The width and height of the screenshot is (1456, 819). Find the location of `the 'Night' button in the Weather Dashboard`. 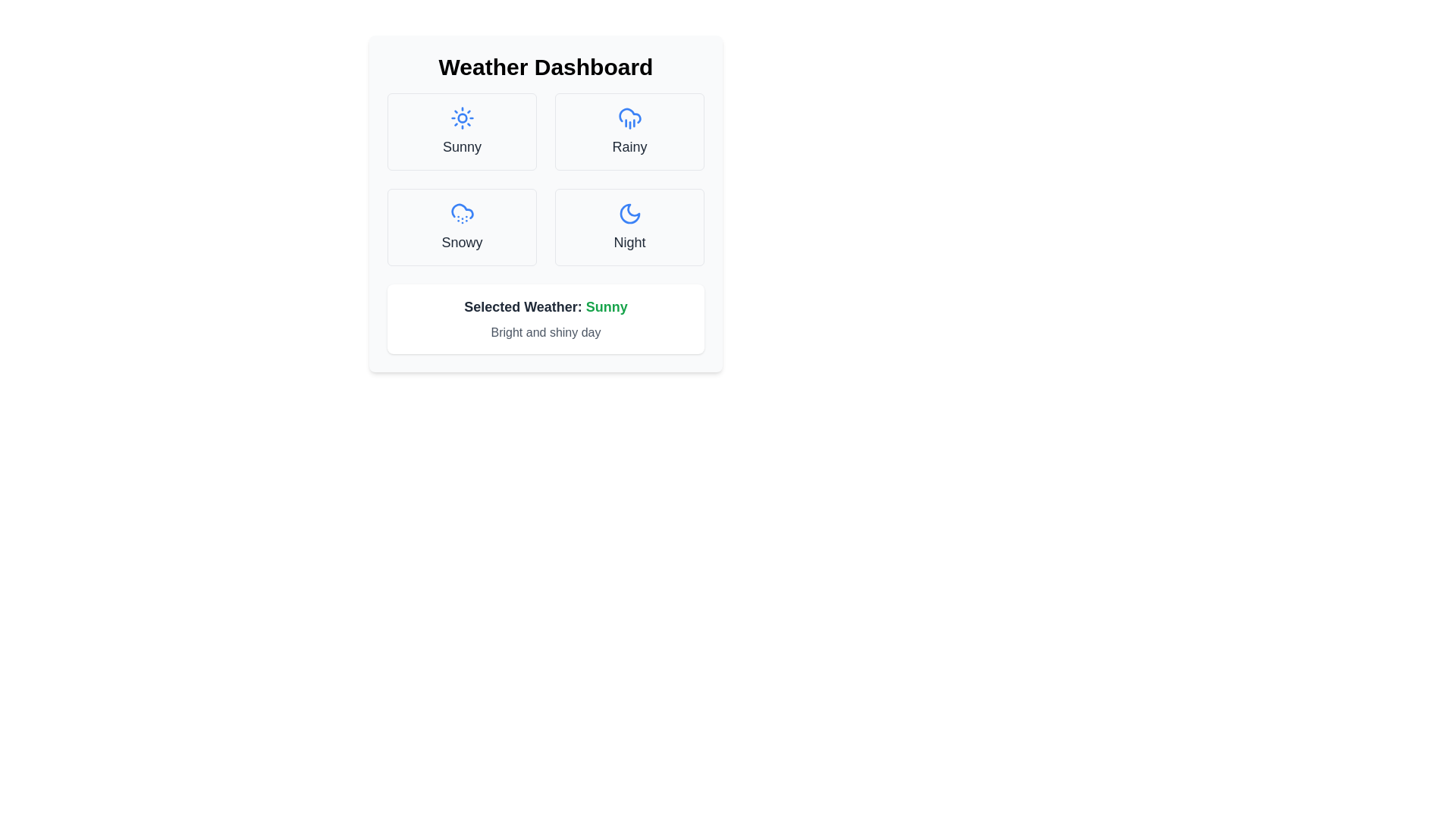

the 'Night' button in the Weather Dashboard is located at coordinates (629, 227).